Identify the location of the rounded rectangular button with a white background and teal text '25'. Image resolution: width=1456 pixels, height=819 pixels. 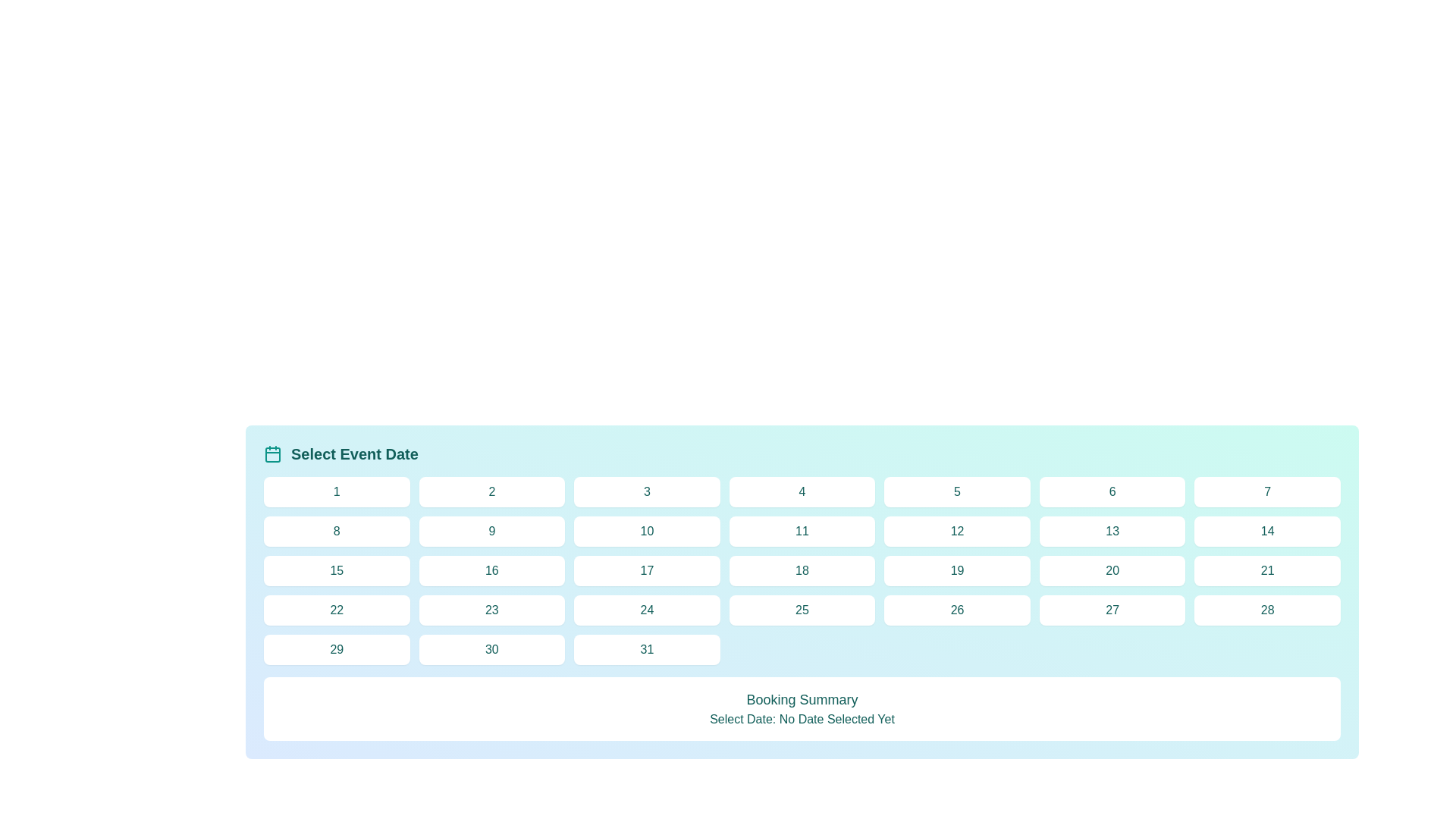
(801, 610).